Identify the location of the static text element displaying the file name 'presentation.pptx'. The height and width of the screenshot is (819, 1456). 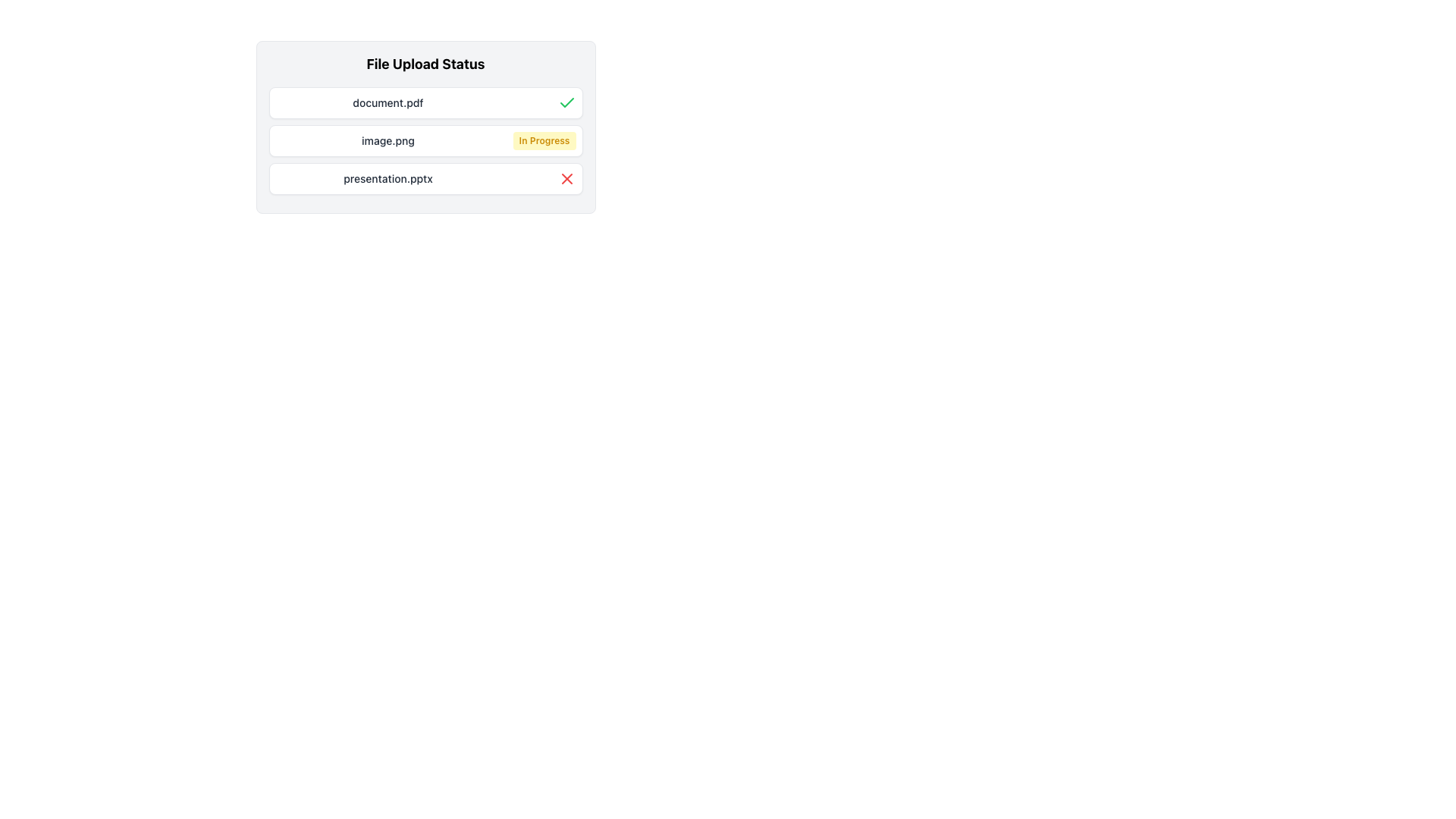
(388, 177).